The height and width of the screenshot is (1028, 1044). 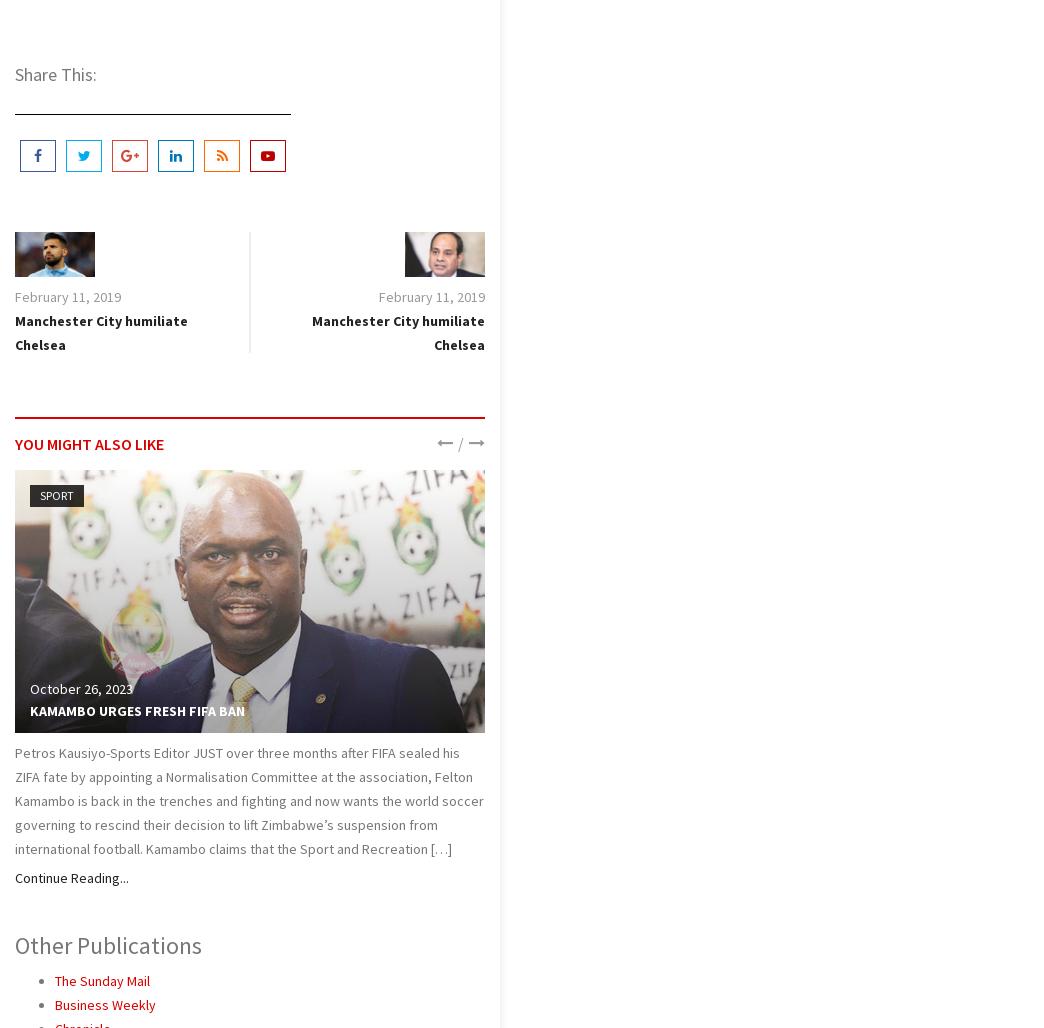 I want to click on '/', so click(x=458, y=442).